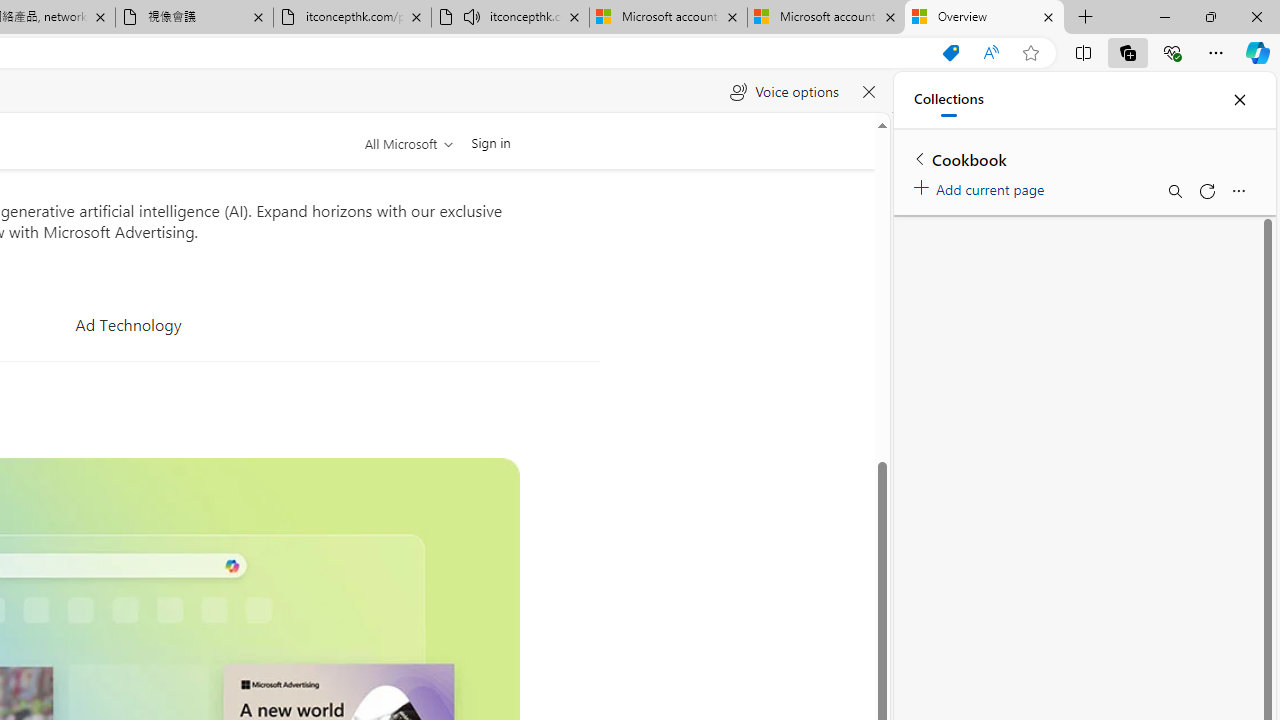 The image size is (1280, 720). I want to click on 'Close read aloud', so click(868, 92).